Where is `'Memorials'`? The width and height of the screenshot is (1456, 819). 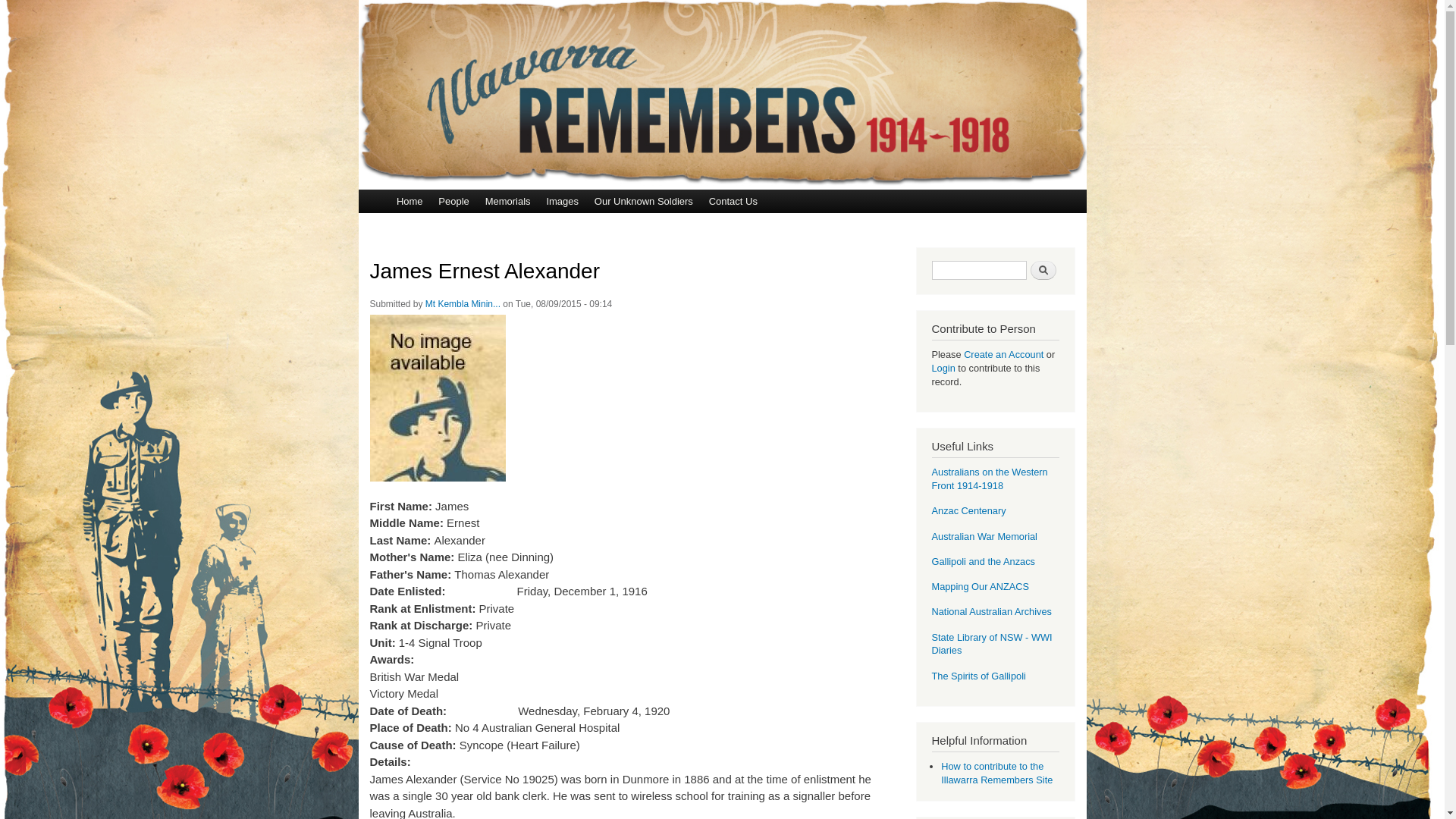 'Memorials' is located at coordinates (507, 200).